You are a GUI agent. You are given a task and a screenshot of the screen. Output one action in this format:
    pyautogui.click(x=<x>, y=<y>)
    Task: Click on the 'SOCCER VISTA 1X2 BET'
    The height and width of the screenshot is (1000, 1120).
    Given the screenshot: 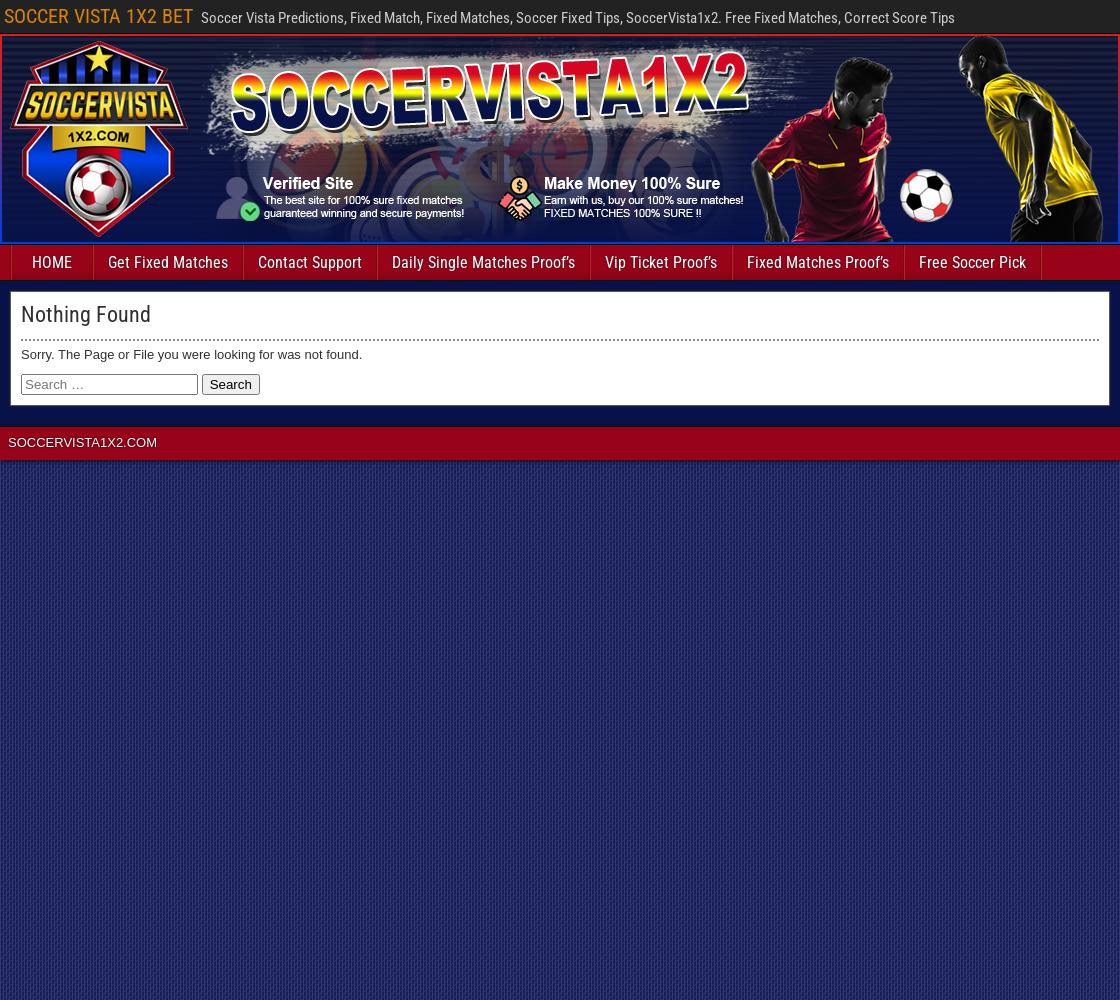 What is the action you would take?
    pyautogui.click(x=98, y=16)
    